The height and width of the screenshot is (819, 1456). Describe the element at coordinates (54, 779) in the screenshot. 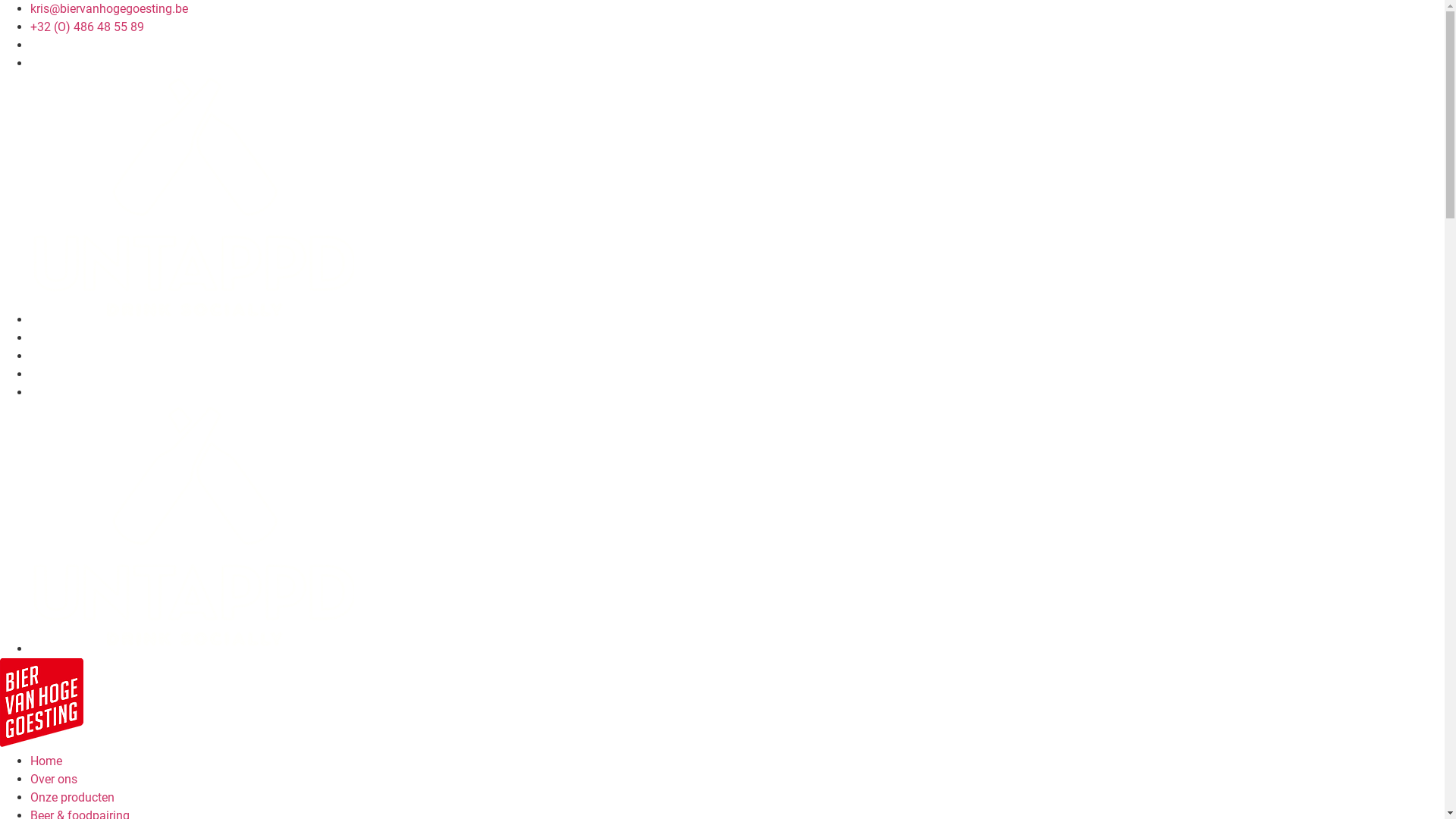

I see `'Over ons'` at that location.